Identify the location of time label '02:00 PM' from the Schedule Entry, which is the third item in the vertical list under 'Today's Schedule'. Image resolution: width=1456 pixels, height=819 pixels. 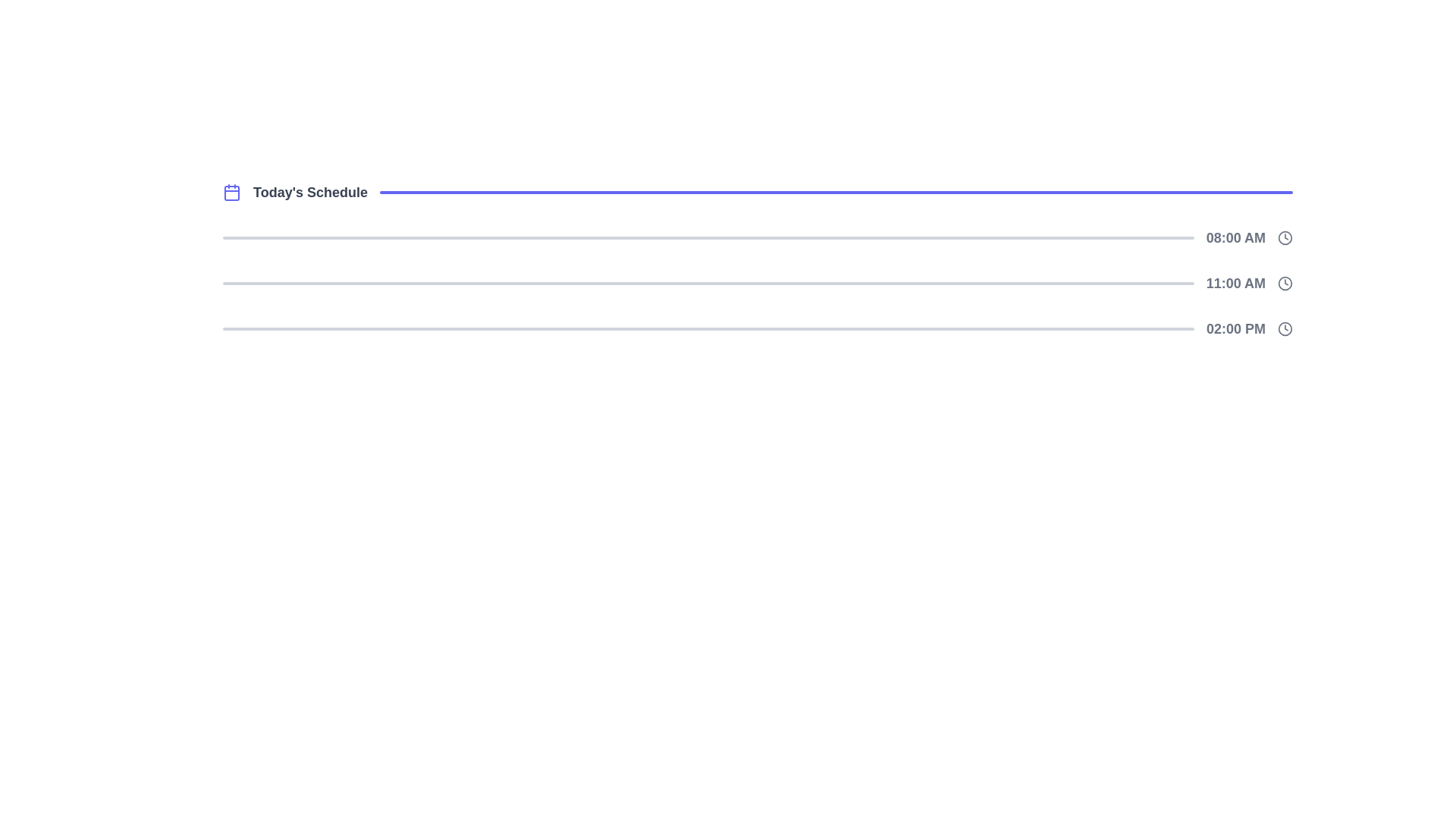
(758, 328).